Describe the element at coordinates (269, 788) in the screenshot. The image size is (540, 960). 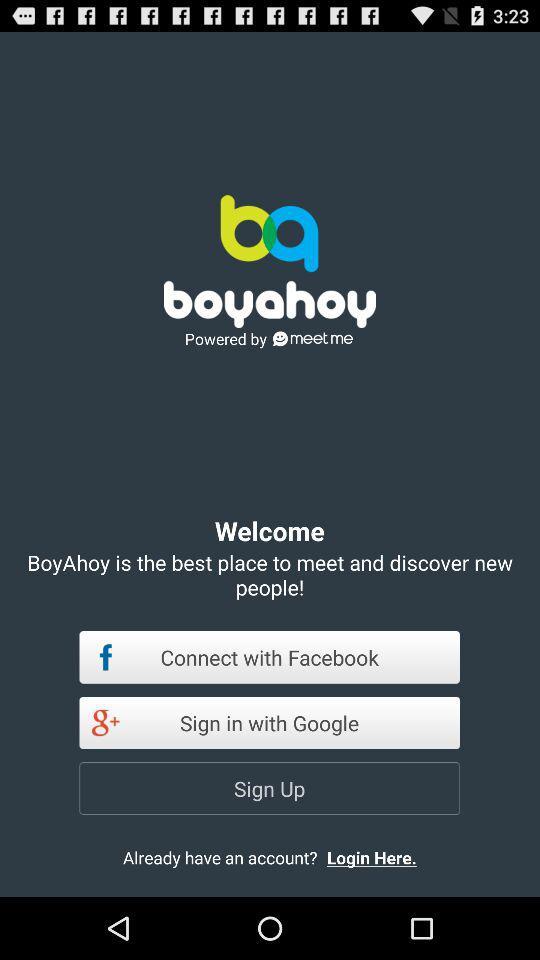
I see `app below sign in with icon` at that location.